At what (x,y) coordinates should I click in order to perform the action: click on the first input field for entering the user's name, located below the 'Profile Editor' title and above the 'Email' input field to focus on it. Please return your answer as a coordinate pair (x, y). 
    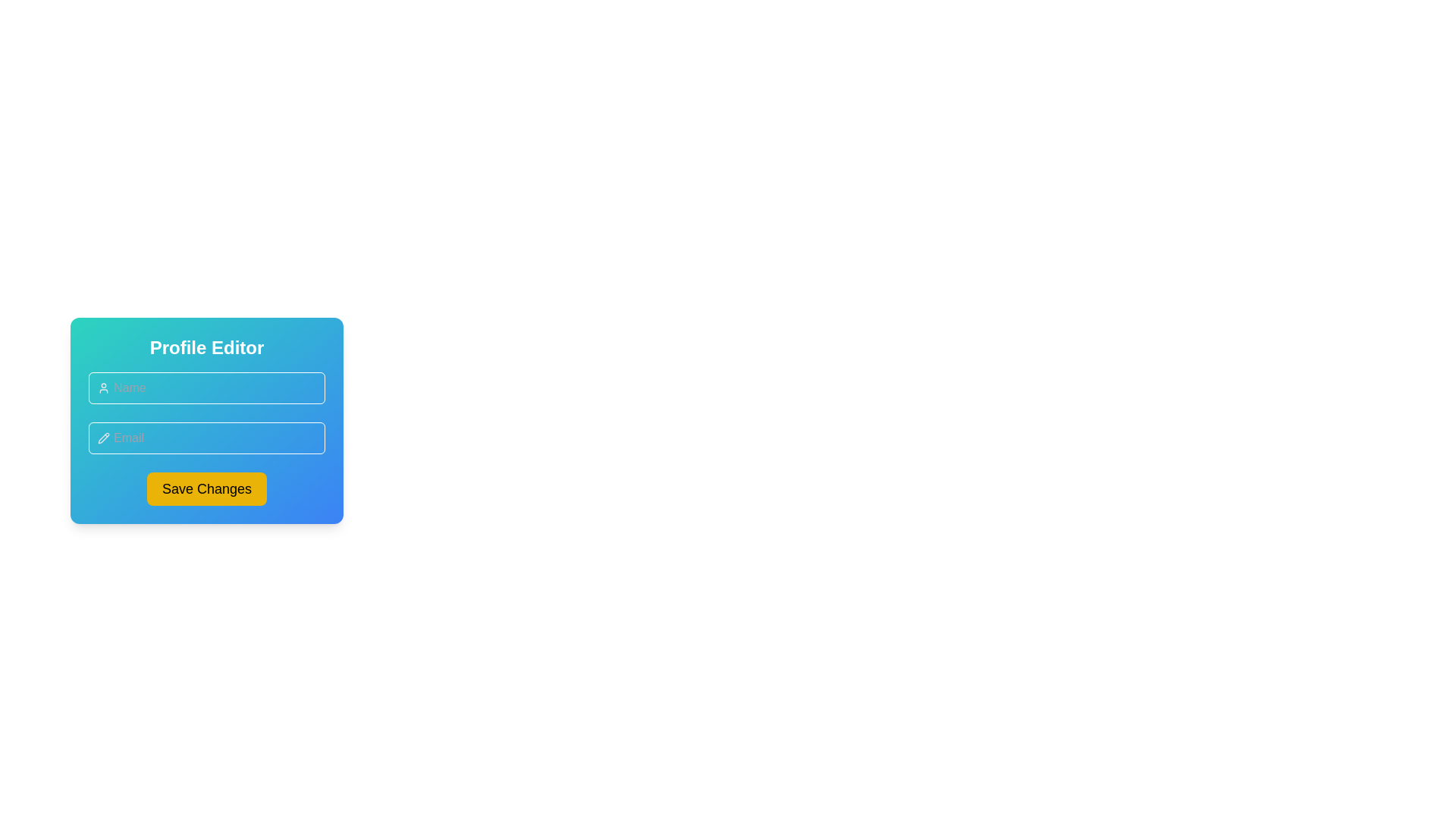
    Looking at the image, I should click on (206, 388).